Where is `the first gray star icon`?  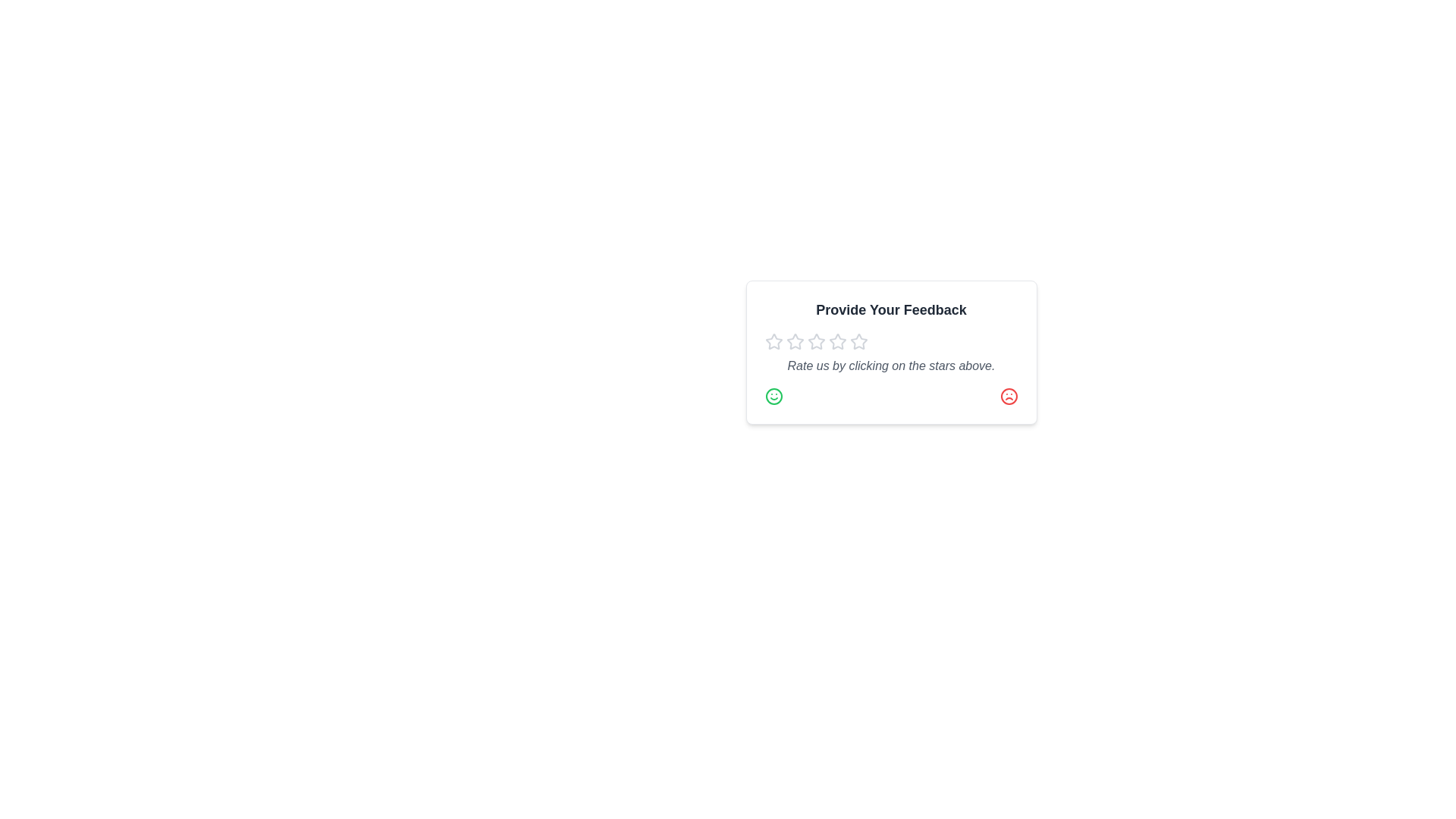 the first gray star icon is located at coordinates (773, 342).